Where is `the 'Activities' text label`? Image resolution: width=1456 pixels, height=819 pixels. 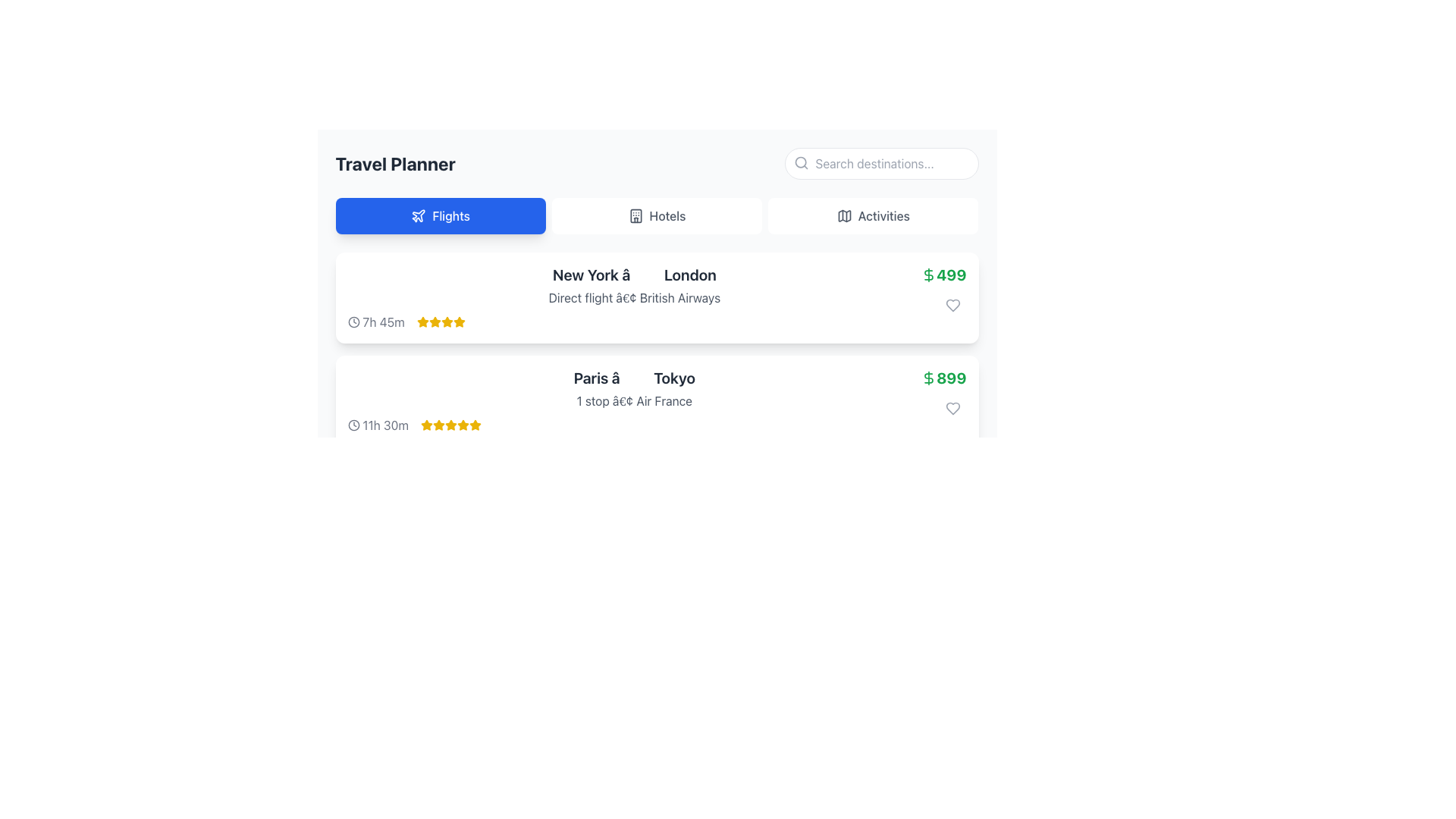 the 'Activities' text label is located at coordinates (883, 216).